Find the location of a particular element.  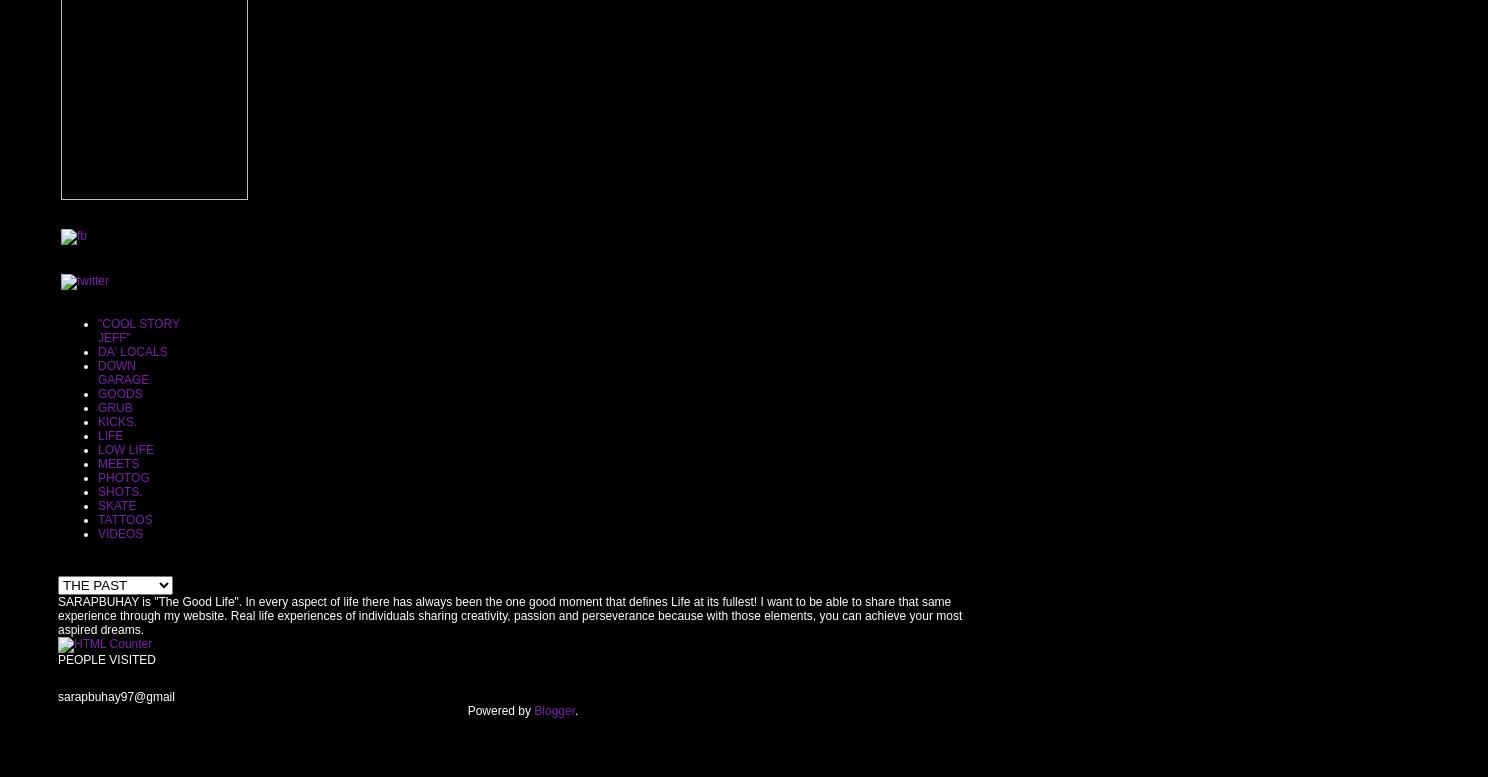

'LIFE' is located at coordinates (109, 433).